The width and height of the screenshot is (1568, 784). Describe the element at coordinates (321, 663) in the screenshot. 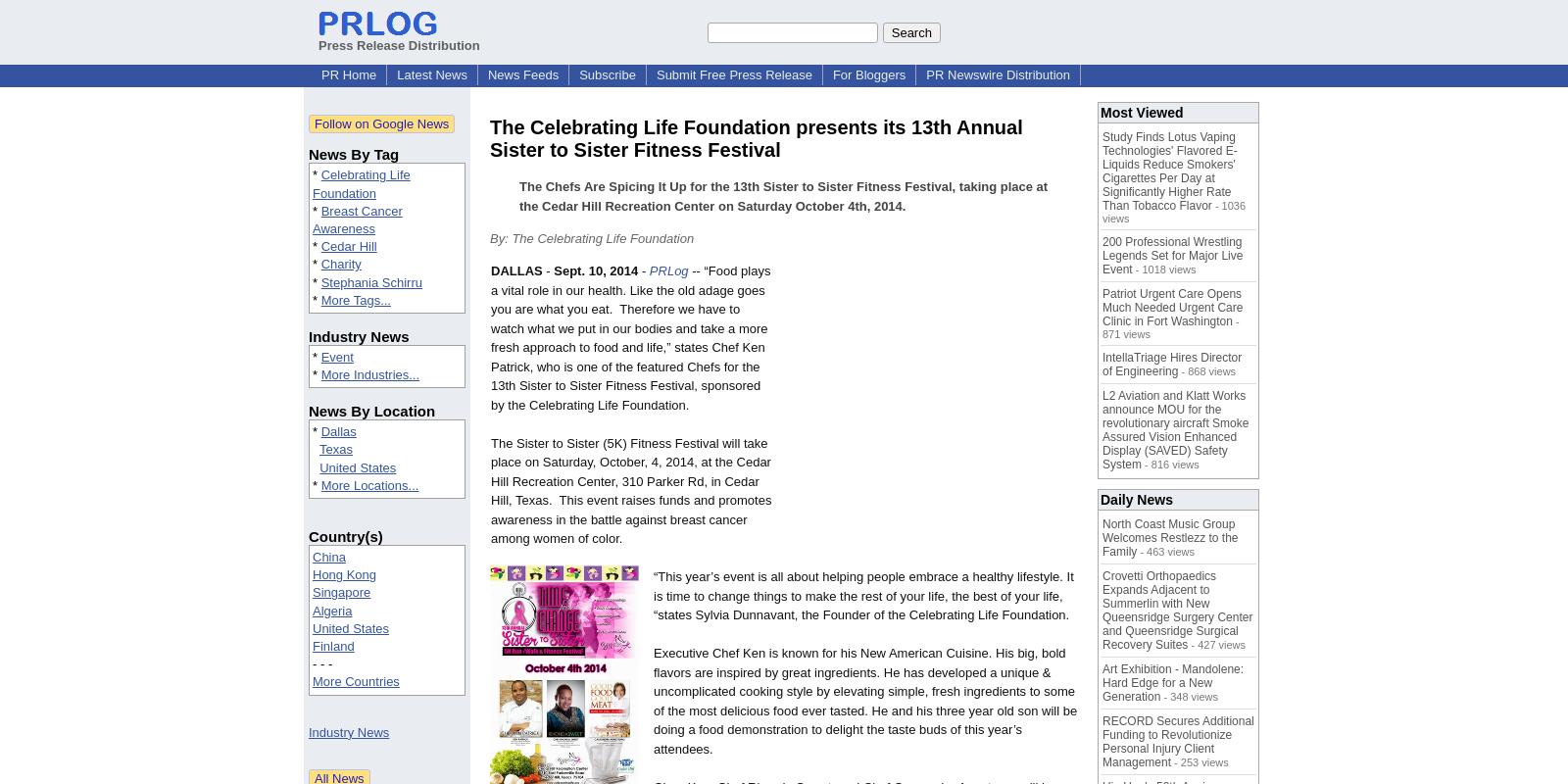

I see `'- - -'` at that location.